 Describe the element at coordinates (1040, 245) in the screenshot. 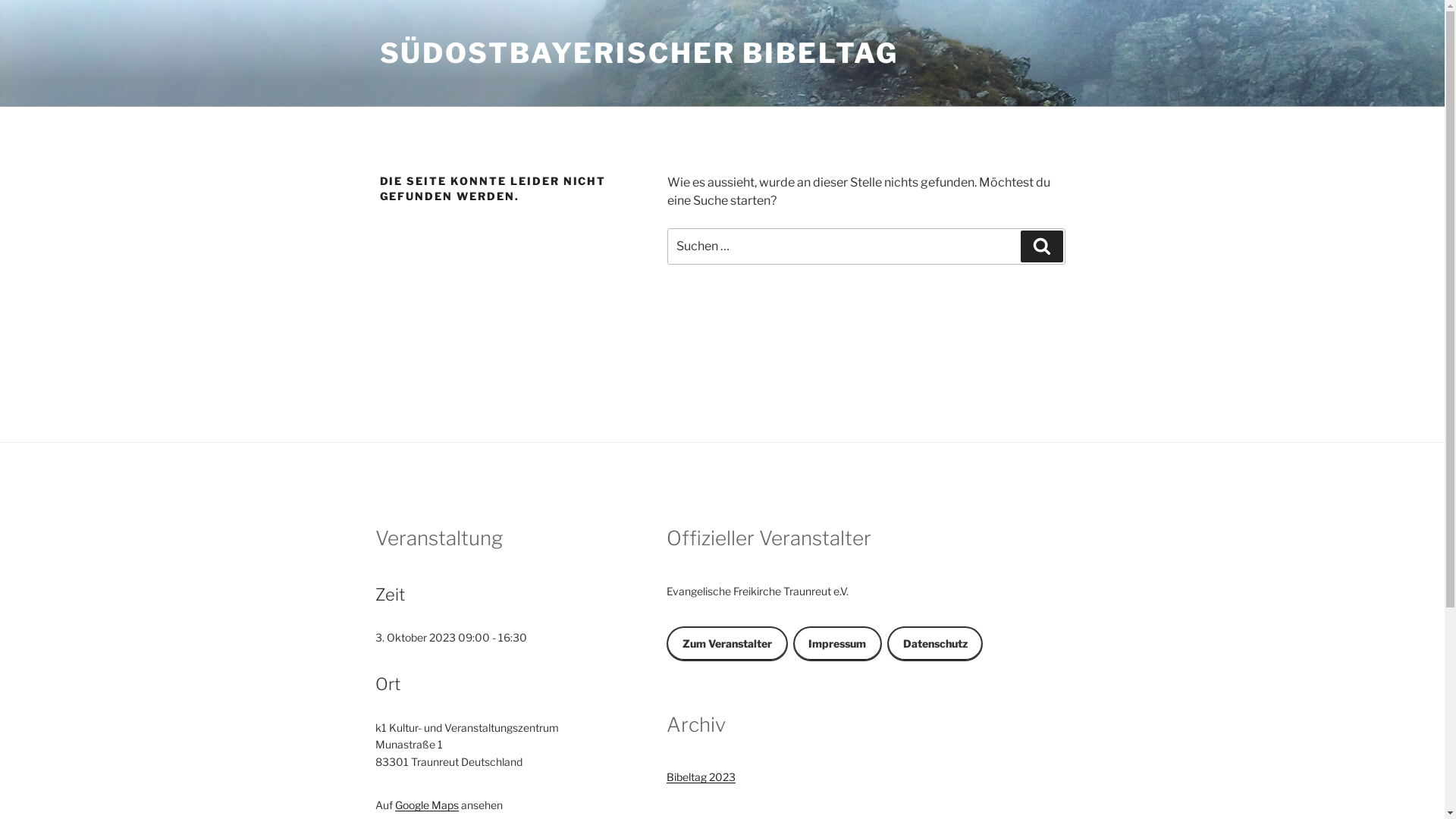

I see `'Suchen'` at that location.